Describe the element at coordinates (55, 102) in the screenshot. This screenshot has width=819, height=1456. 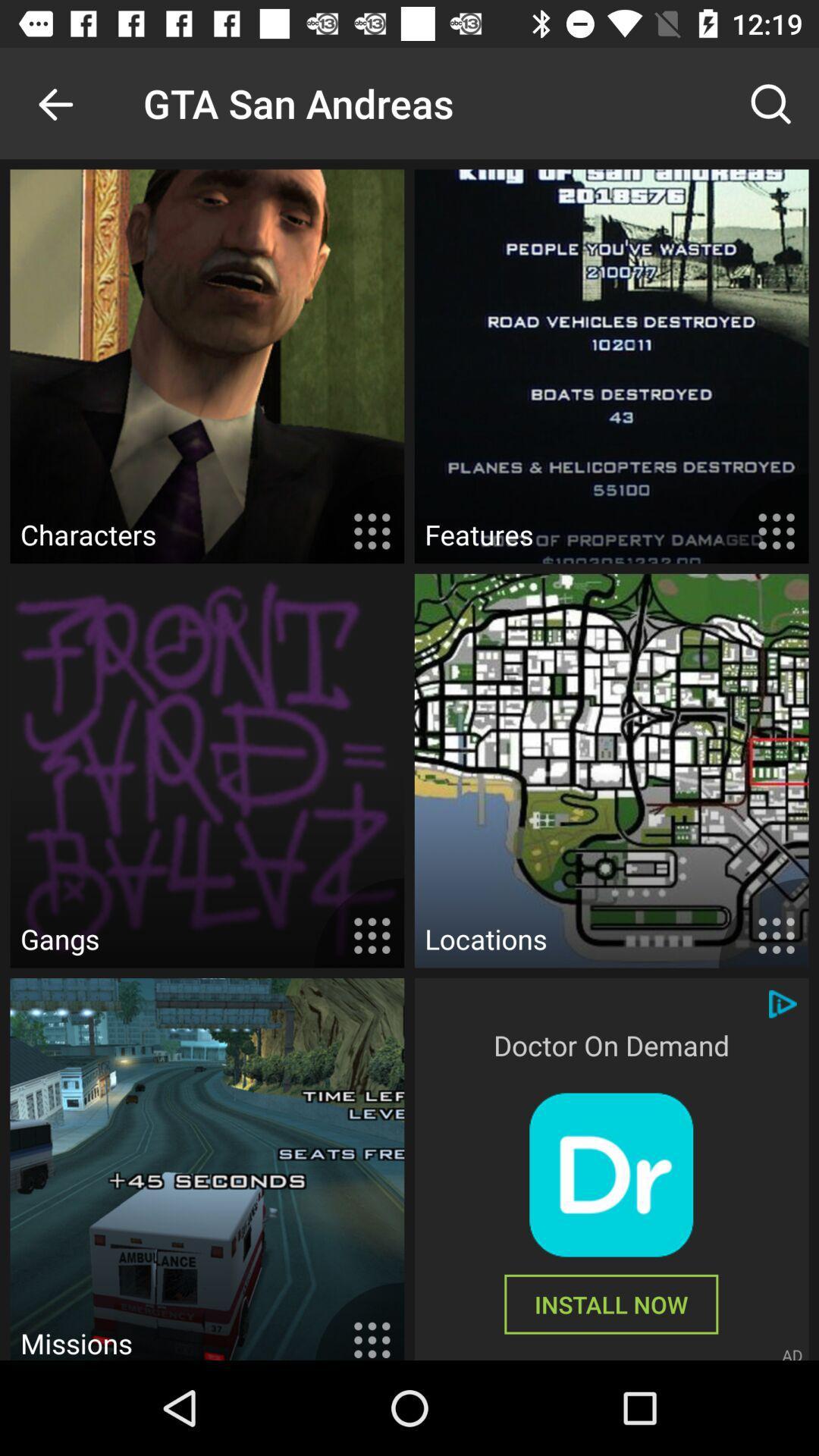
I see `the item to the left of gta san andreas` at that location.